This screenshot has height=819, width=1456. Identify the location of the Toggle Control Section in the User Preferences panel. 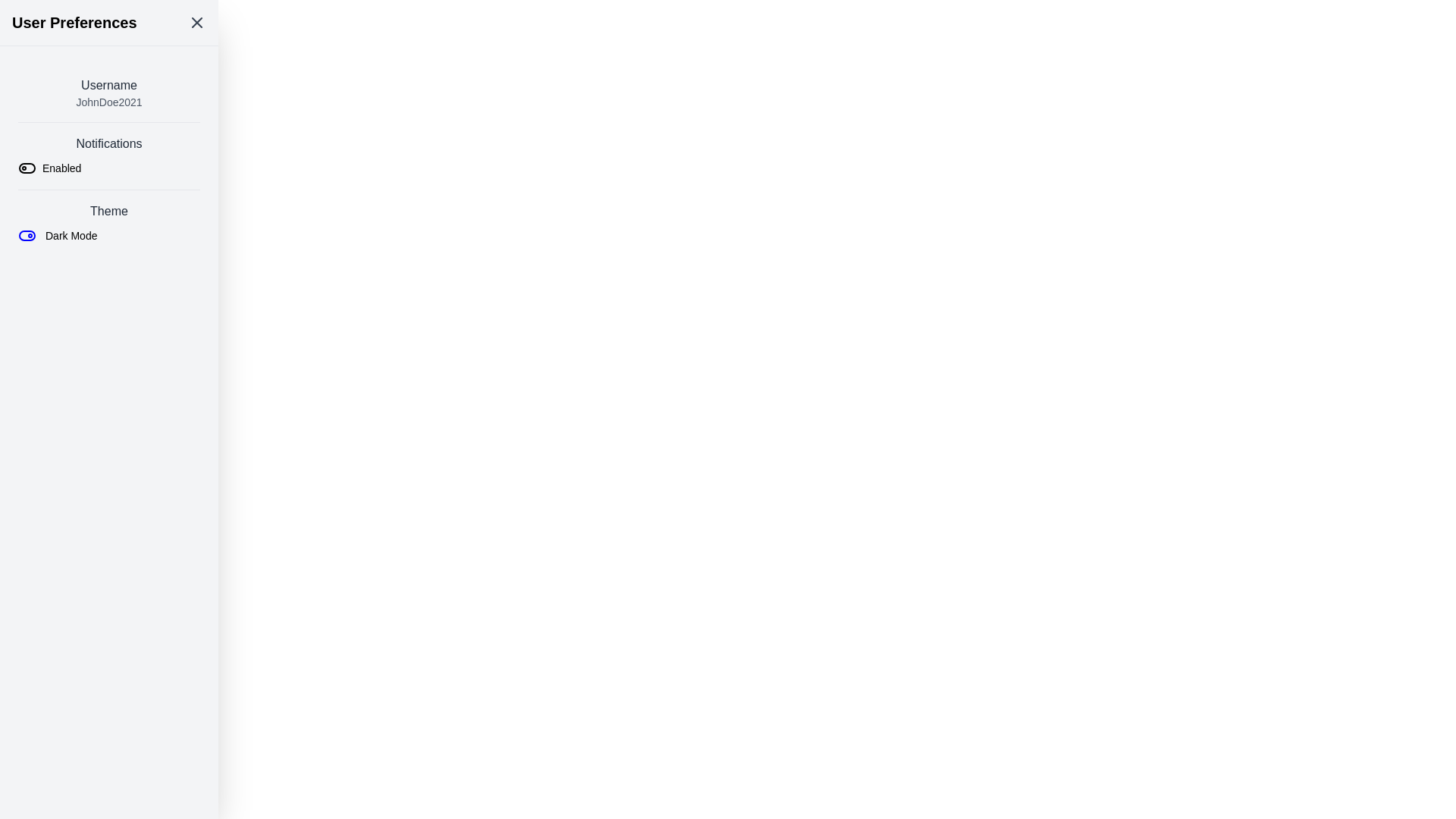
(108, 223).